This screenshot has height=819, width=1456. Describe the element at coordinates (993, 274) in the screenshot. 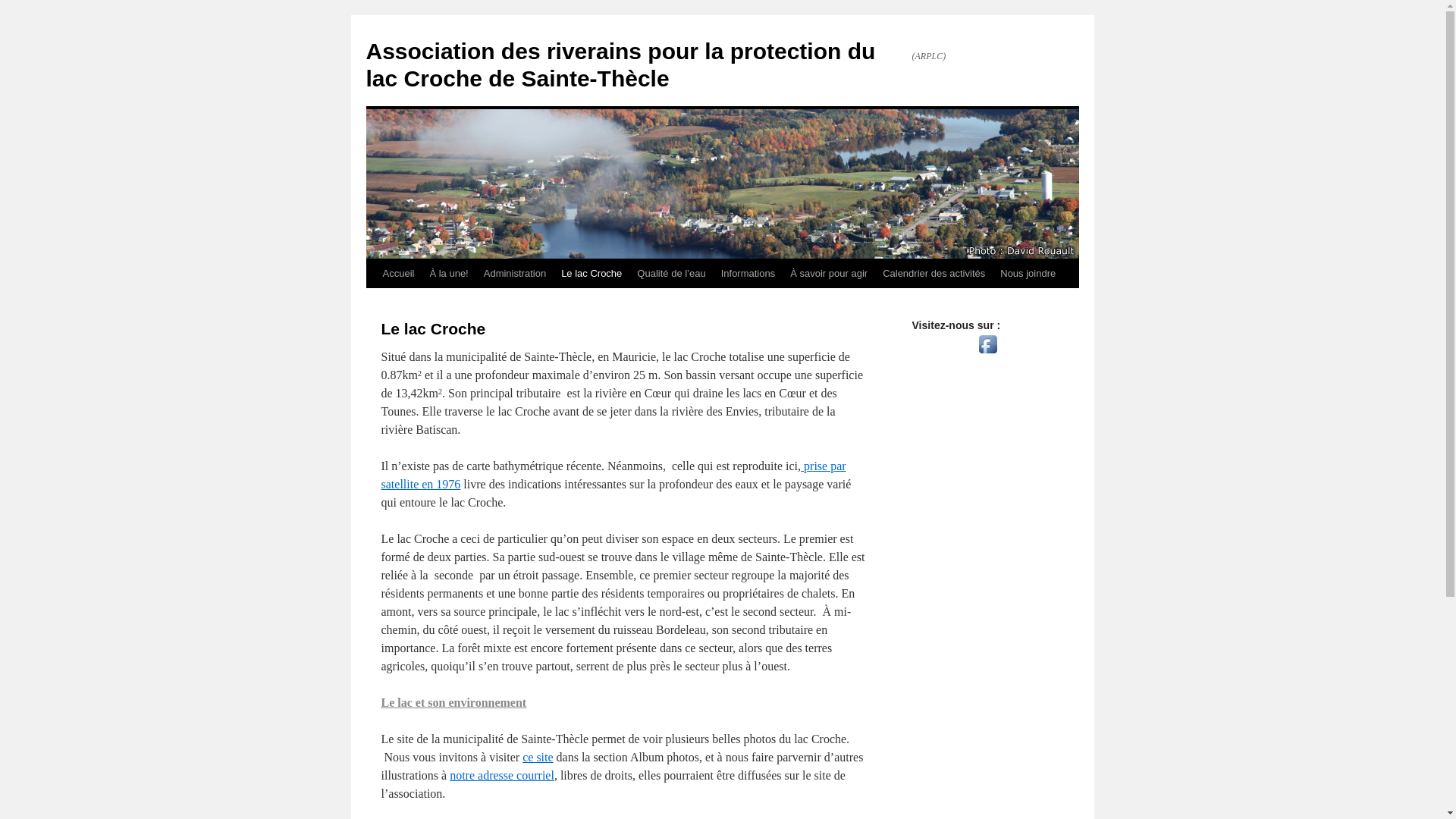

I see `'Nous joindre'` at that location.